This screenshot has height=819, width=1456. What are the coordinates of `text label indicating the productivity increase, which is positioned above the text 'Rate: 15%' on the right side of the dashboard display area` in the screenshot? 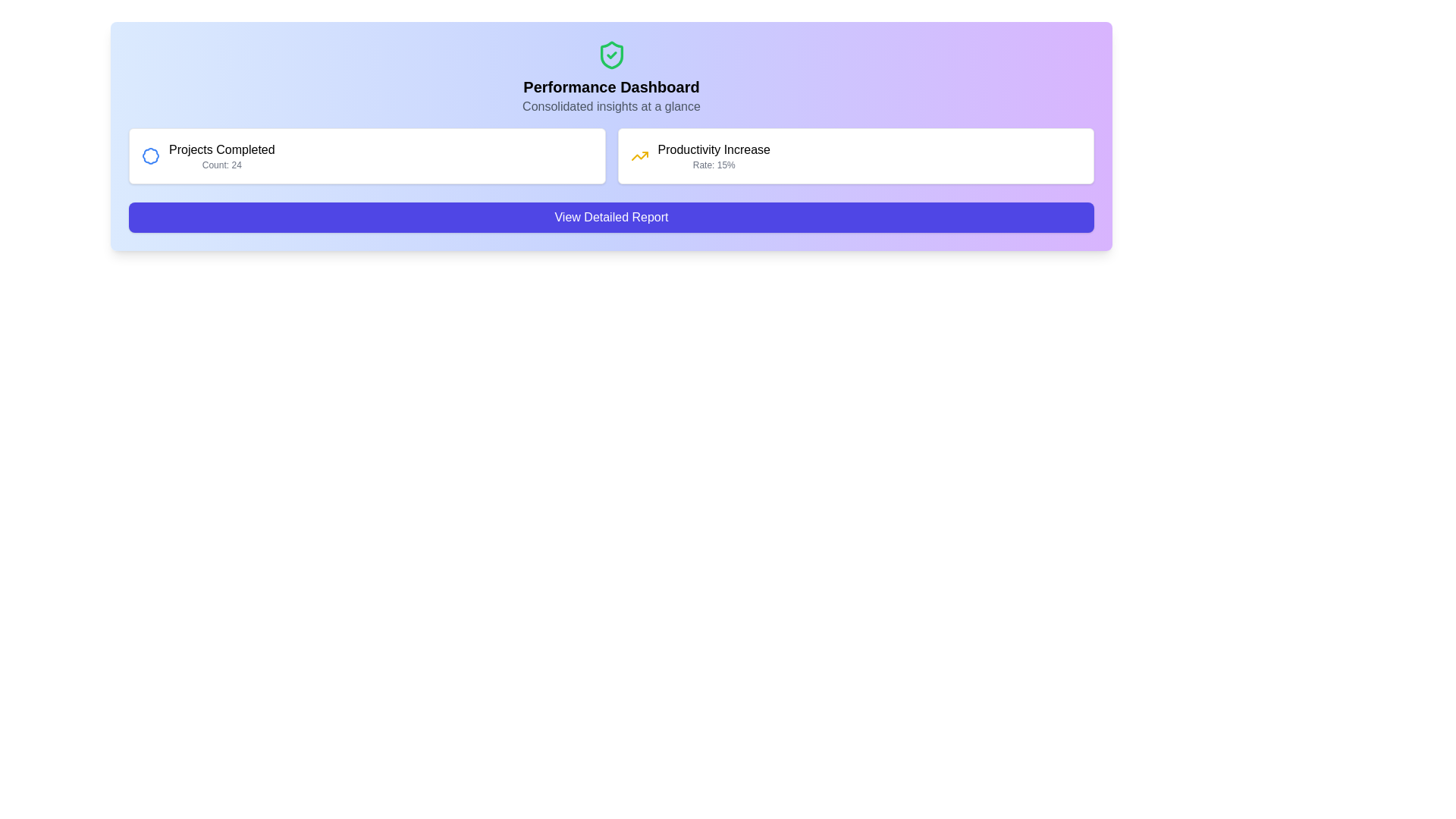 It's located at (713, 149).